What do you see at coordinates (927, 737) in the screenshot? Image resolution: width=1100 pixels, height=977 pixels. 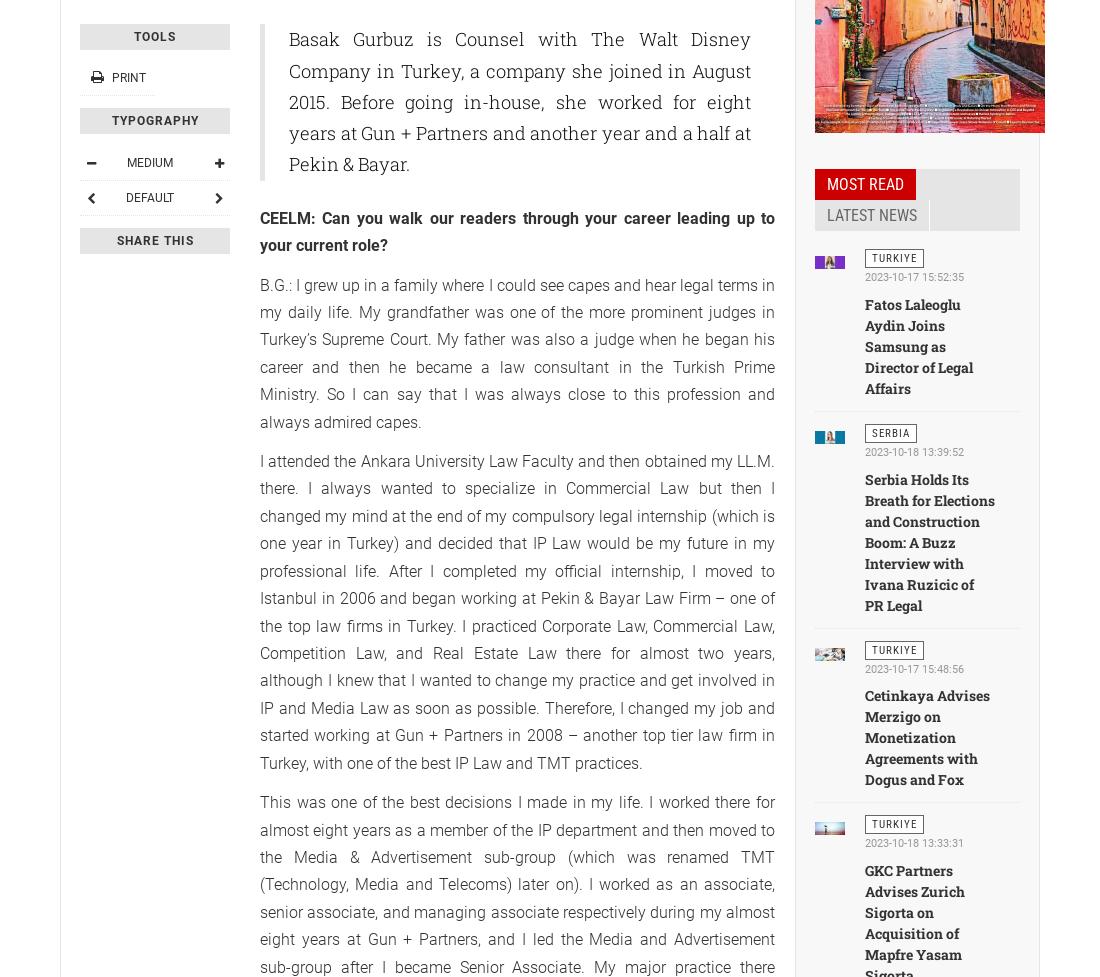 I see `'Cetinkaya Advises Merzigo on Monetization Agreements with Dogus and Fox'` at bounding box center [927, 737].